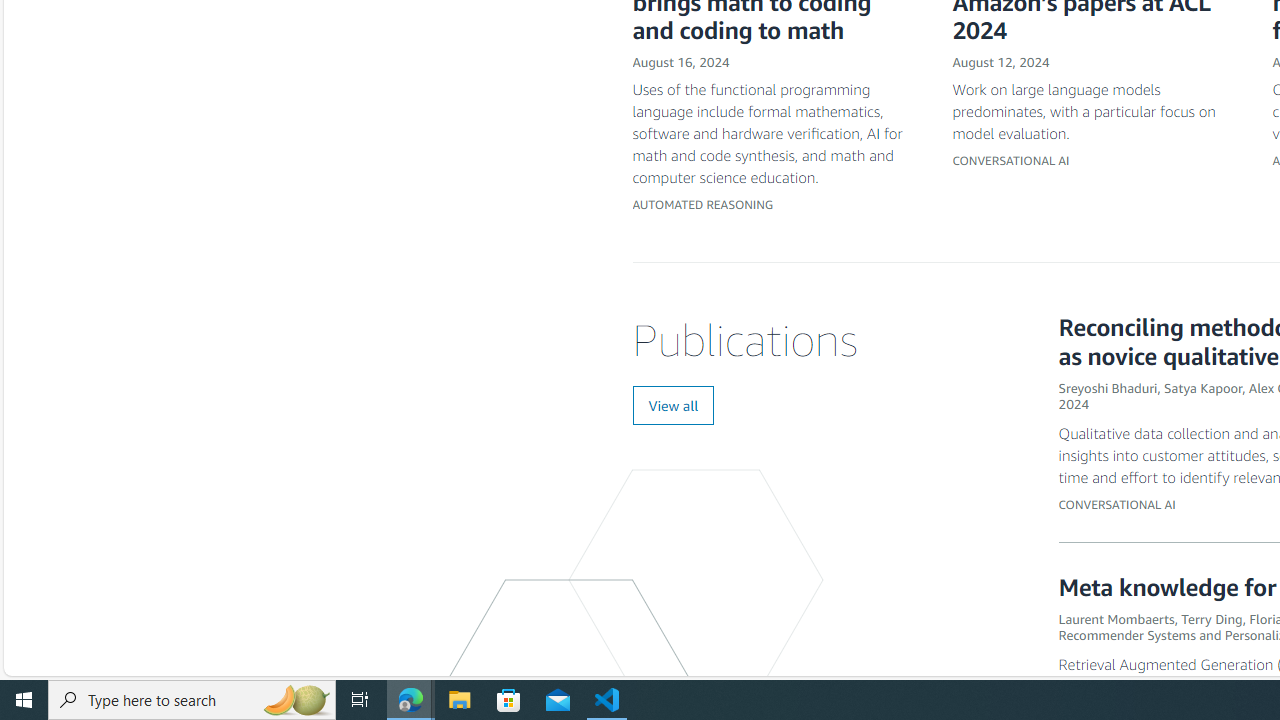  I want to click on 'Sreyoshi Bhaduri', so click(1107, 387).